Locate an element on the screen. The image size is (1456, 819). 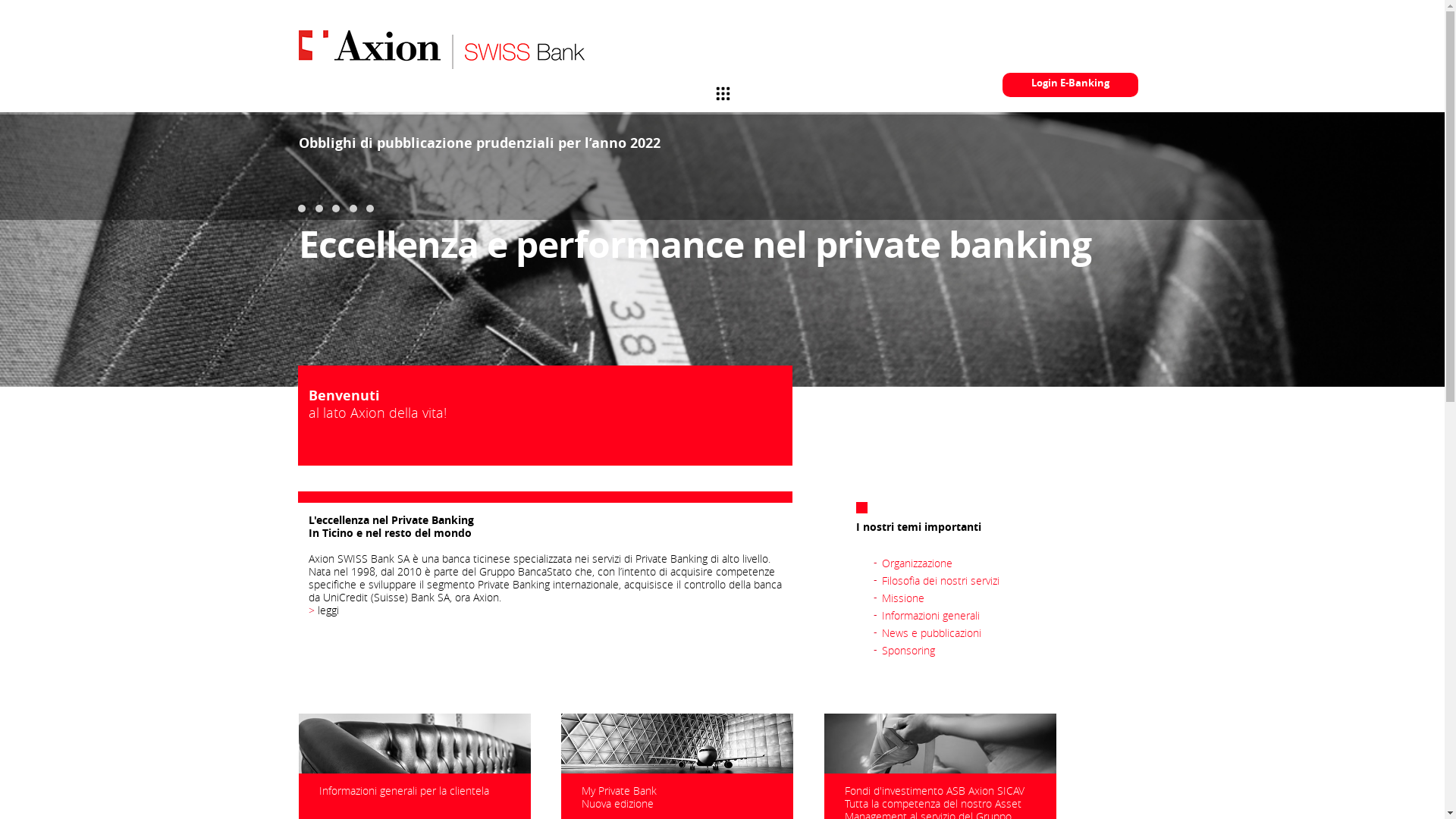
'Missione' is located at coordinates (902, 597).